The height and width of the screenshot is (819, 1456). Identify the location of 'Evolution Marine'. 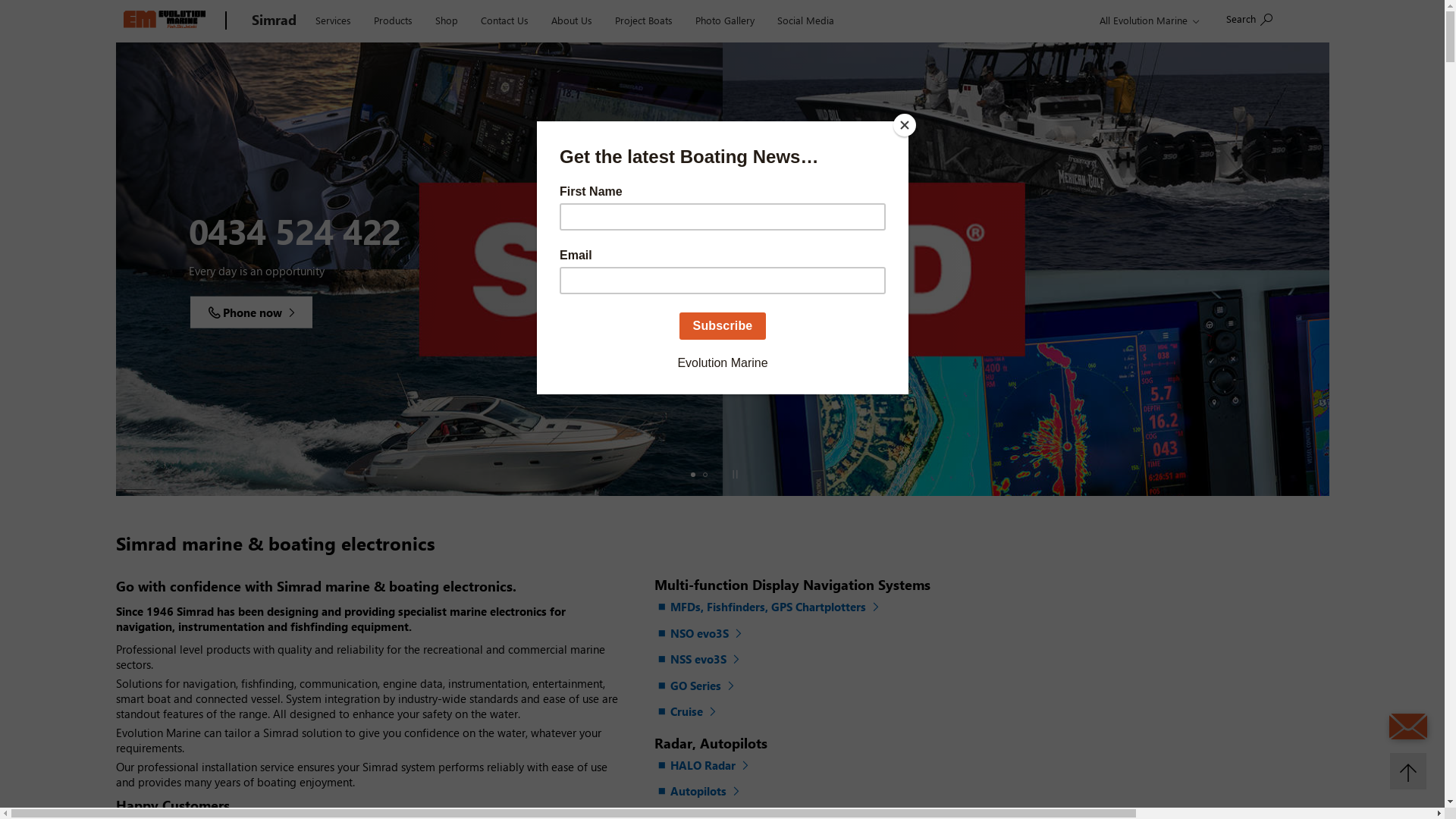
(167, 20).